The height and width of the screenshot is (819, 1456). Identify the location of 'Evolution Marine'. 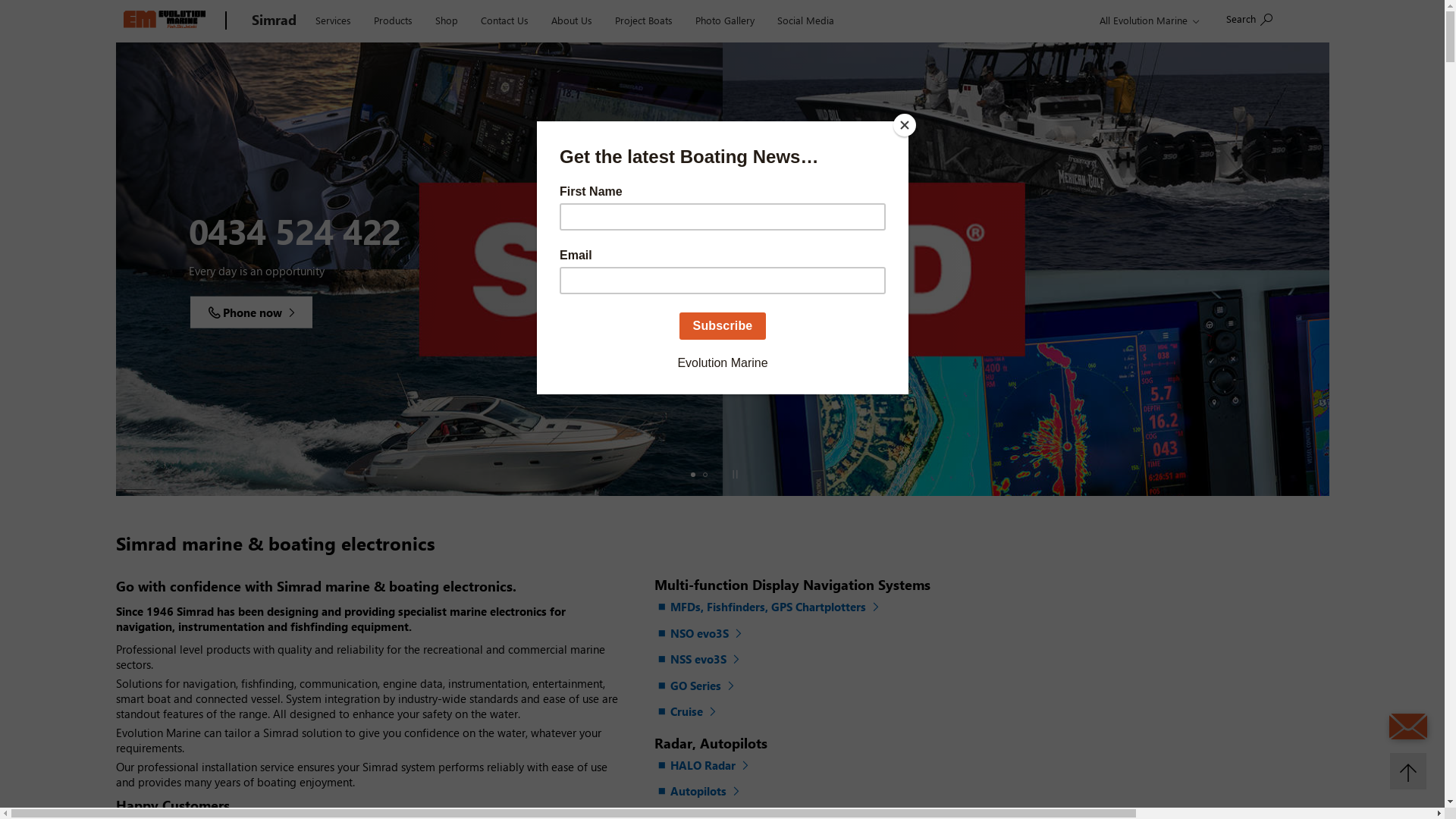
(167, 20).